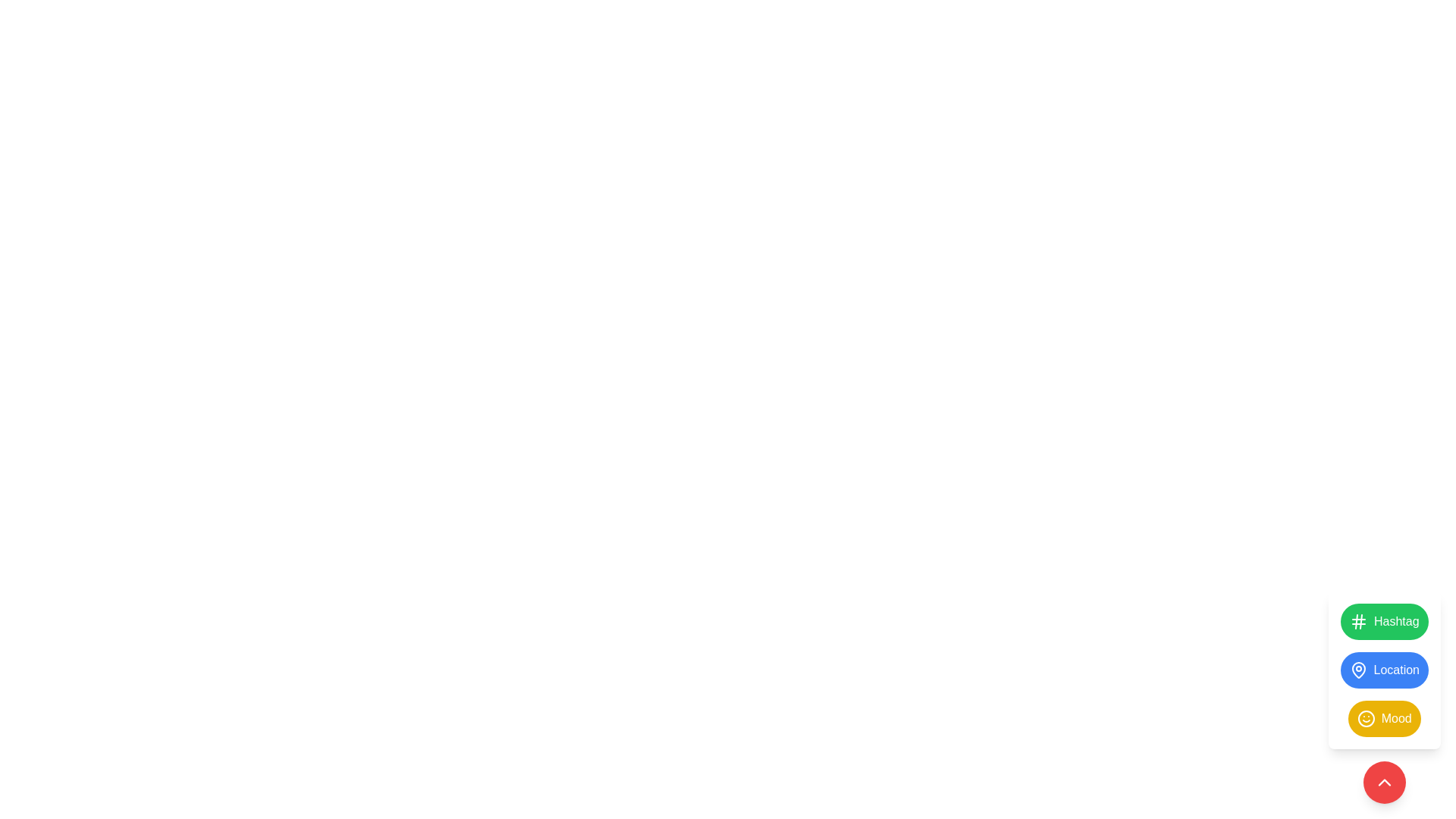  Describe the element at coordinates (1395, 622) in the screenshot. I see `the 'Hashtag' label, which is a white text label inside a green rounded rectangle located at the top of a vertical stack of buttons` at that location.